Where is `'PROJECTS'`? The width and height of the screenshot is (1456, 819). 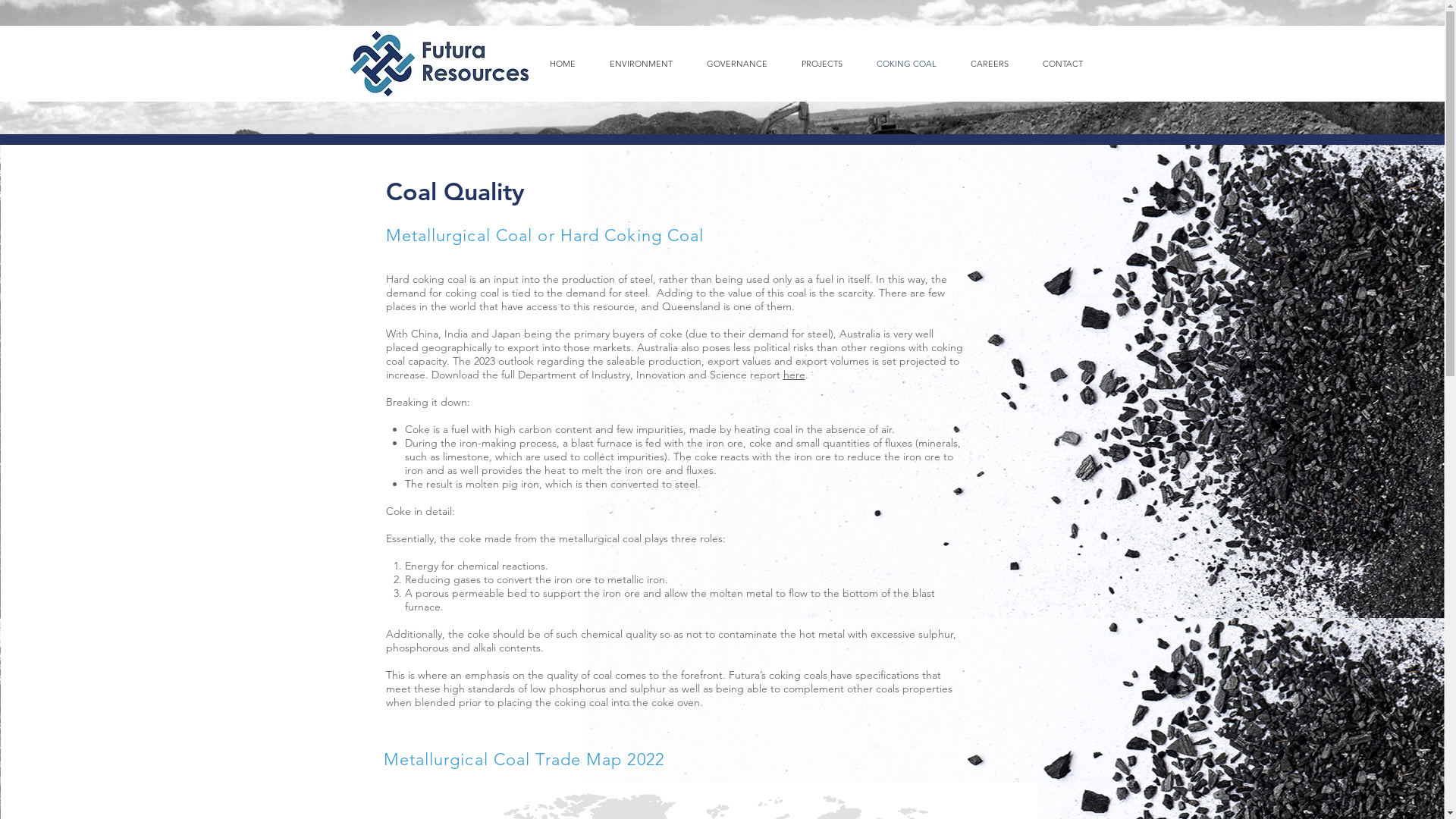
'PROJECTS' is located at coordinates (783, 63).